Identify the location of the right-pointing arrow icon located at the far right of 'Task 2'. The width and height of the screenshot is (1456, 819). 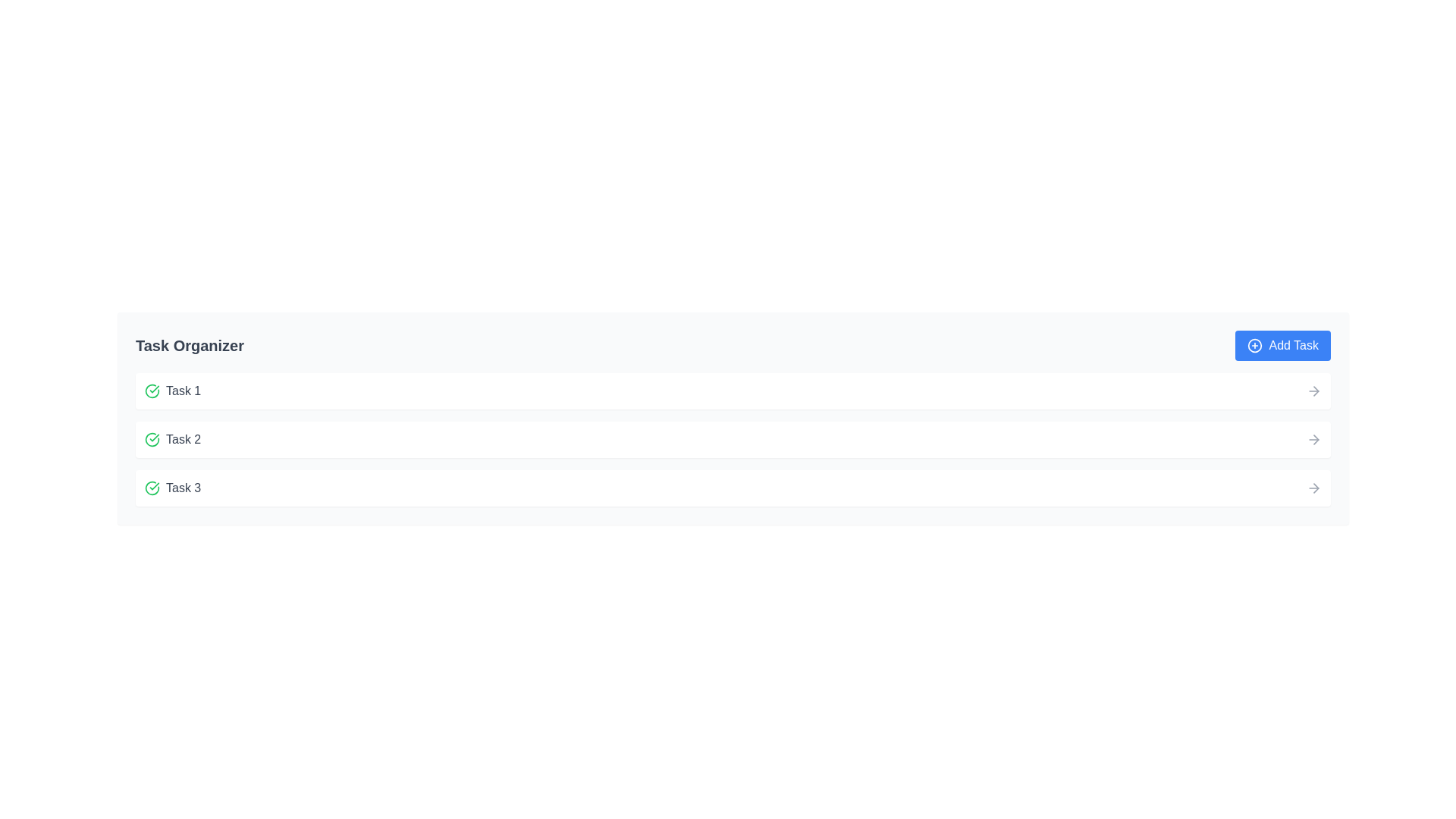
(1313, 439).